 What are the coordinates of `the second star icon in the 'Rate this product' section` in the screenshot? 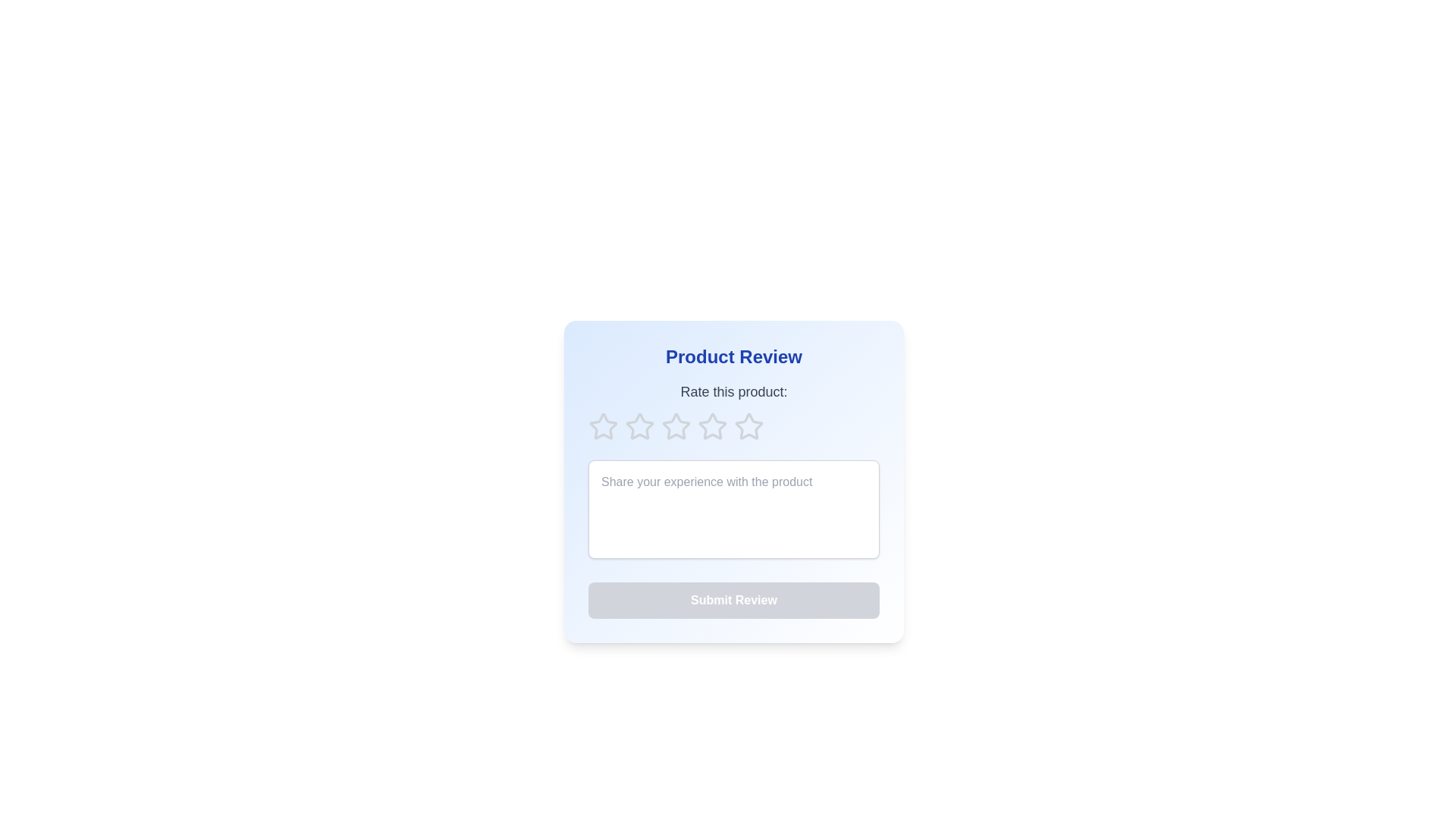 It's located at (676, 426).